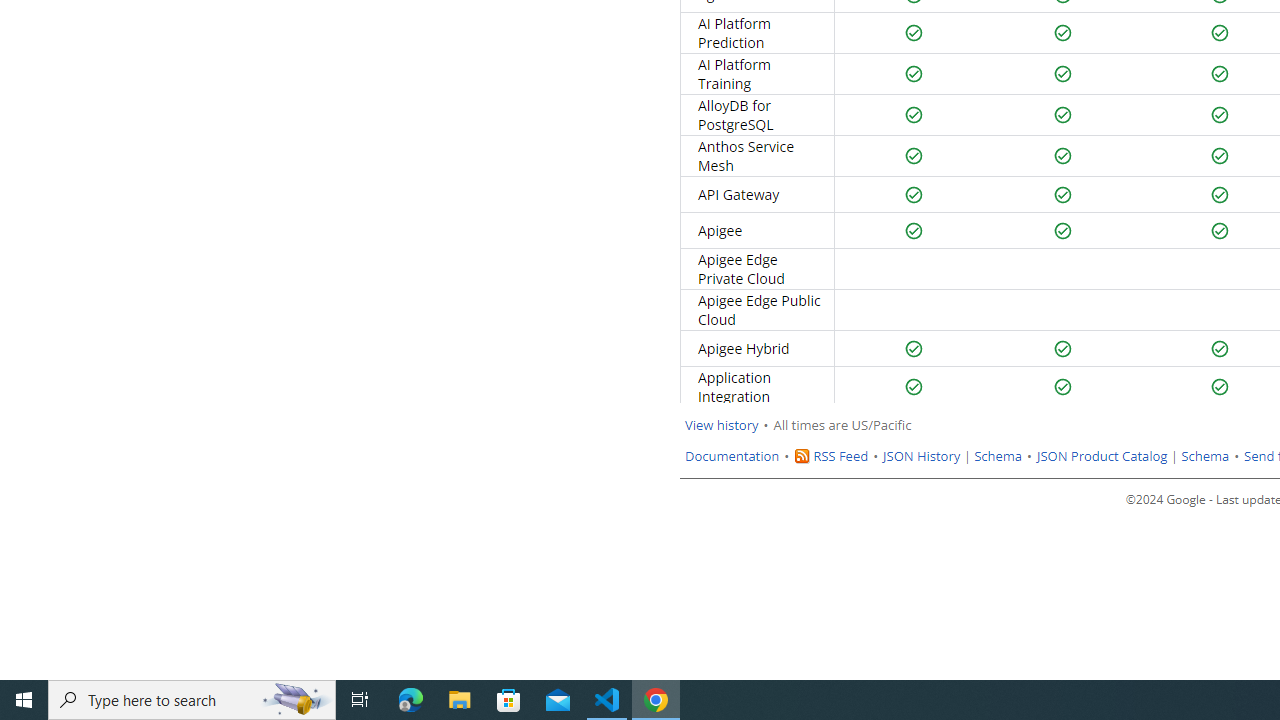 This screenshot has width=1280, height=720. Describe the element at coordinates (840, 456) in the screenshot. I see `'RSS Feed'` at that location.